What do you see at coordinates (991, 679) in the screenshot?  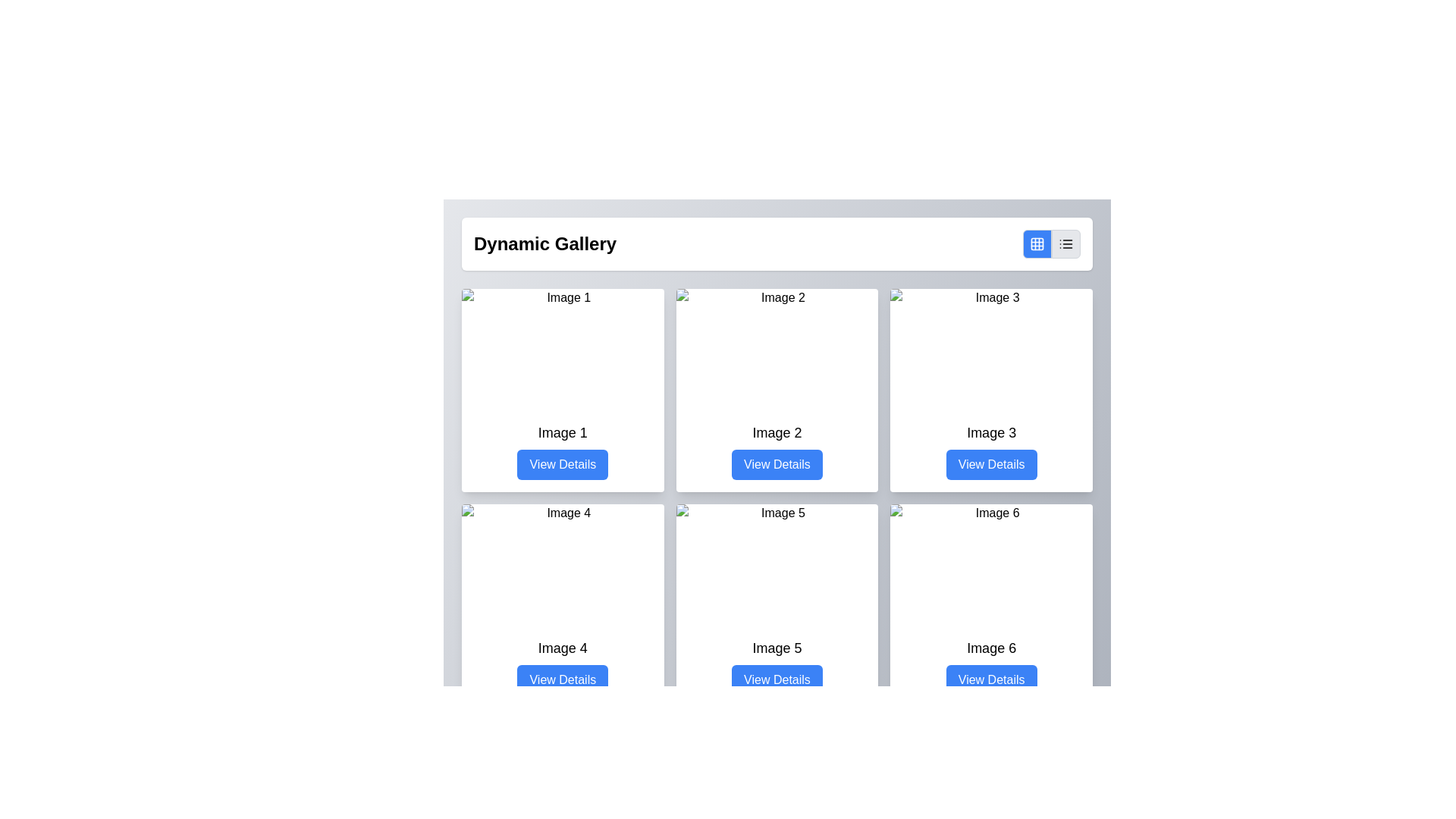 I see `the 'View Details' button, which is a rectangular button with white text on a blue background, located below the label 'Image 6' in the bottom section of its grid item` at bounding box center [991, 679].